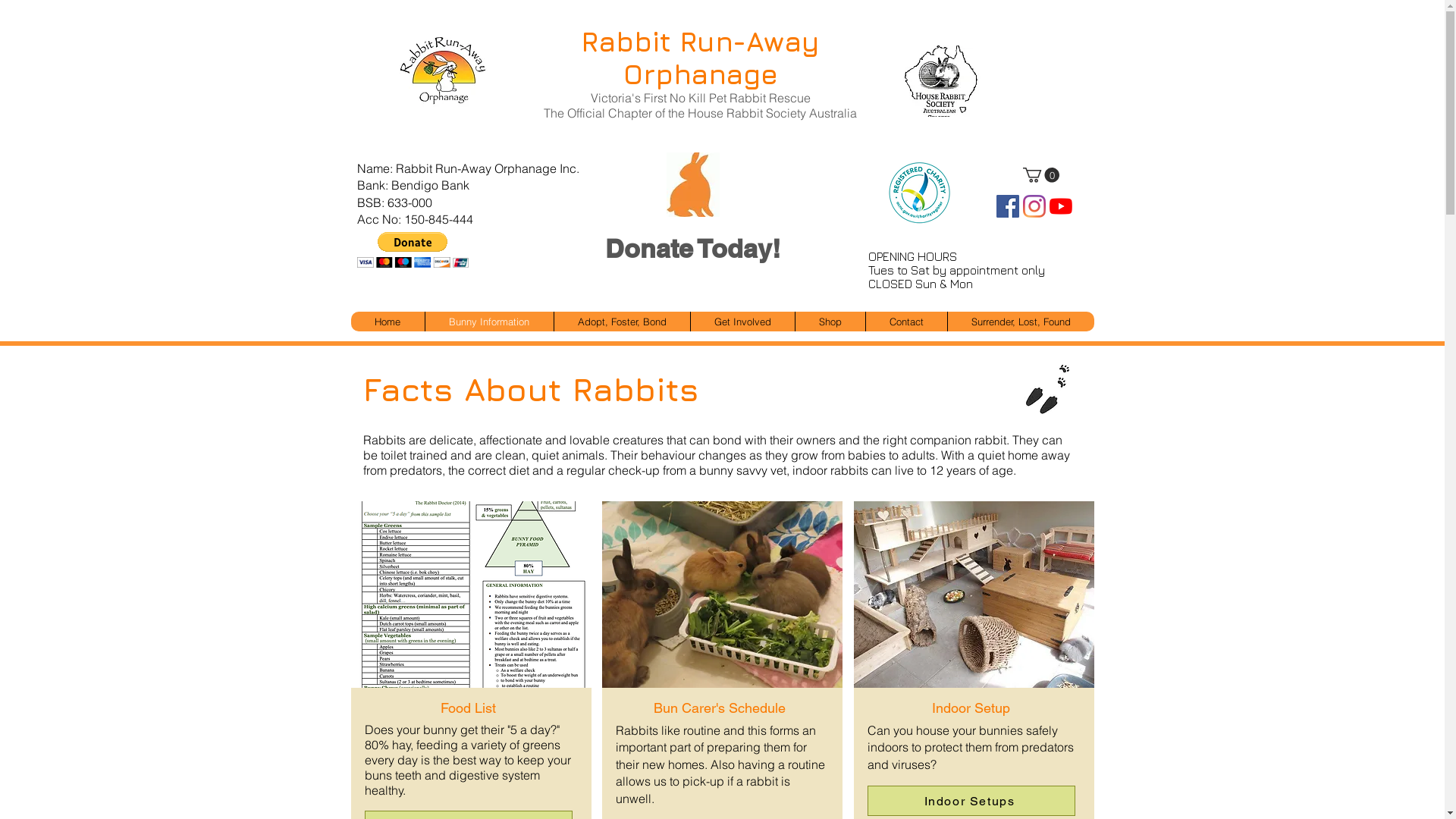  What do you see at coordinates (1019, 321) in the screenshot?
I see `'Surrender, Lost, Found'` at bounding box center [1019, 321].